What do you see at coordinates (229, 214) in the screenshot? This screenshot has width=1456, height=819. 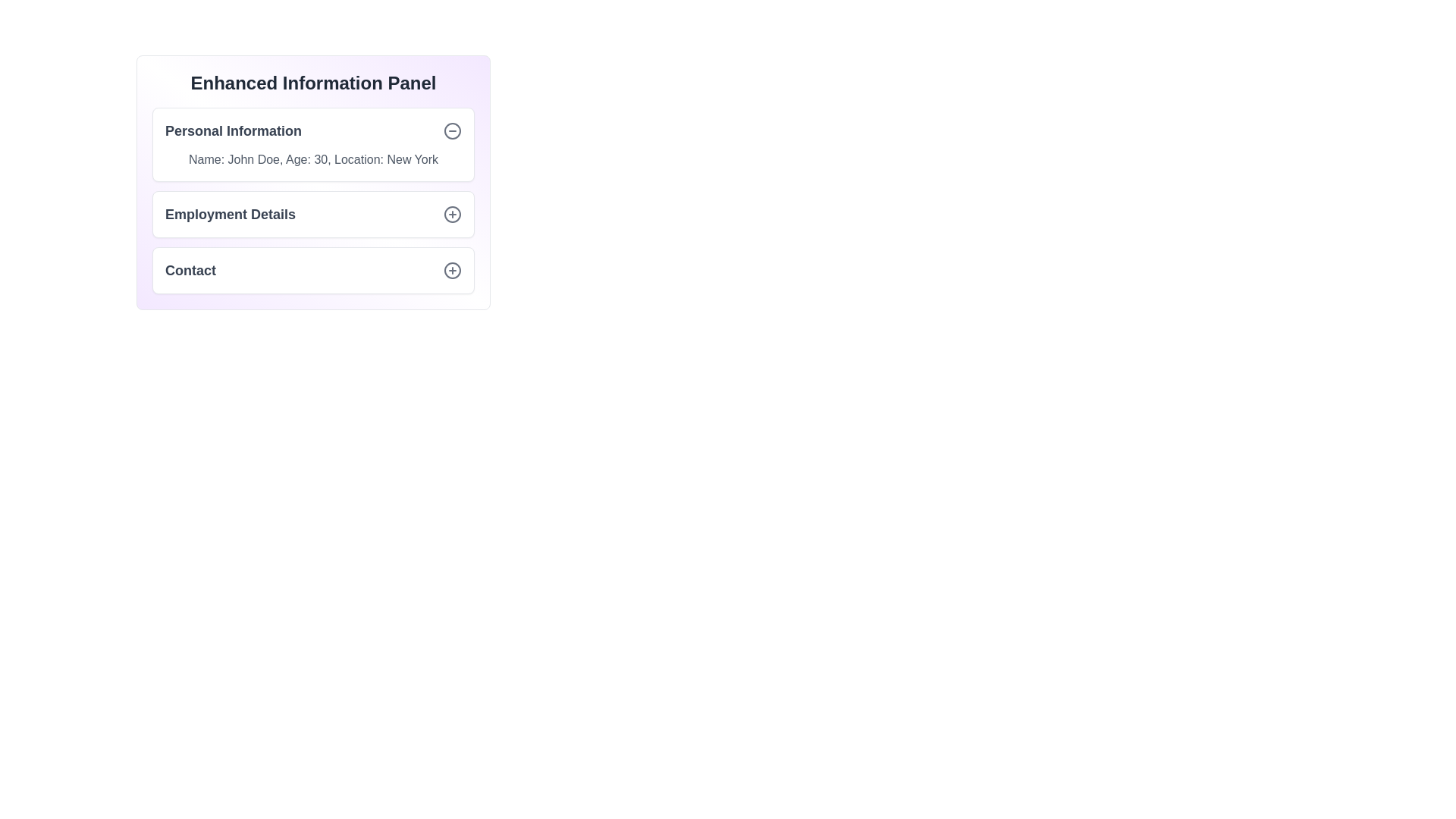 I see `text content of the 'Employment Details' label, which is a bold, dark gray header in the Enhanced Information Panel` at bounding box center [229, 214].